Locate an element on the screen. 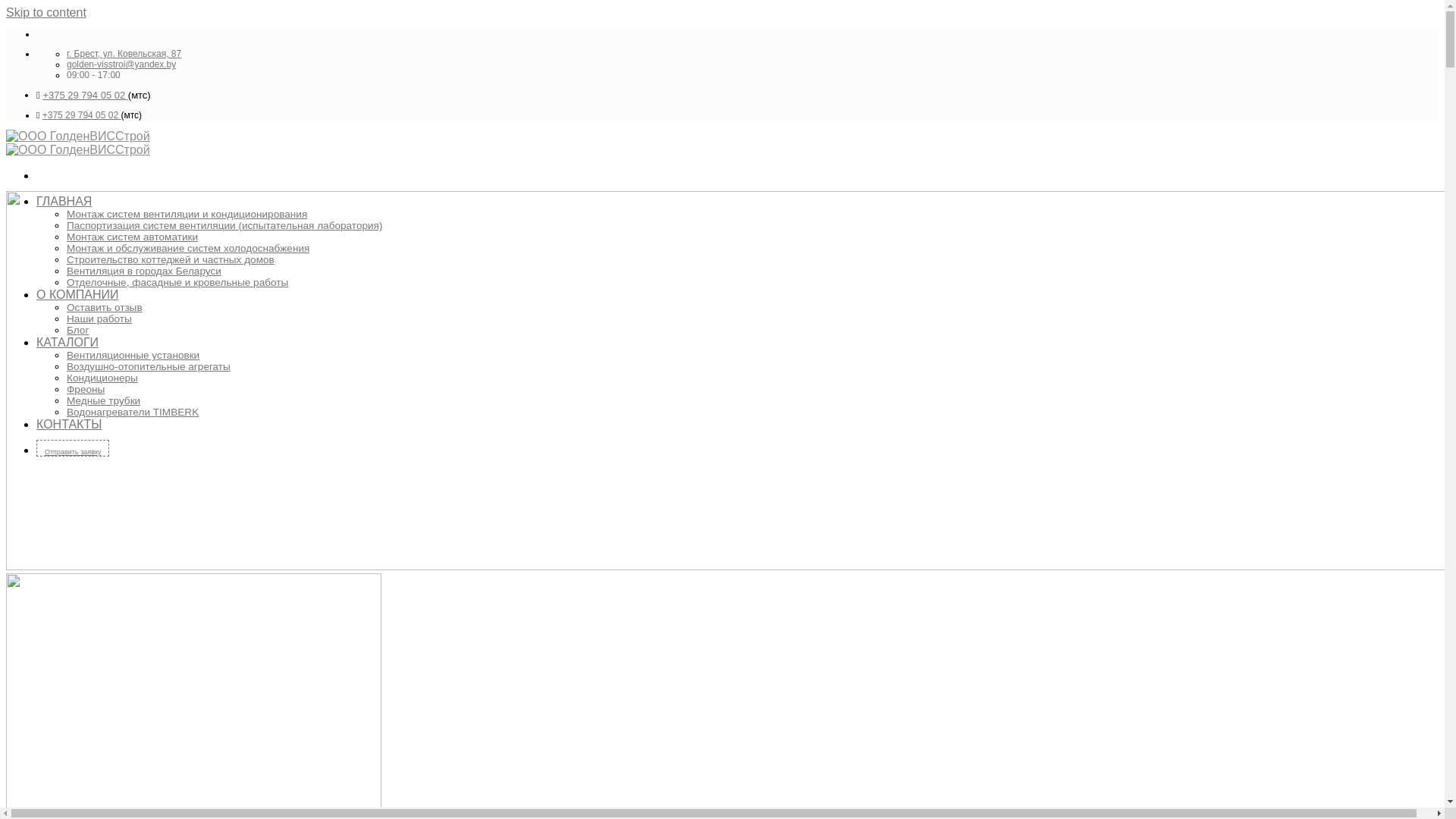 The height and width of the screenshot is (819, 1456). '+37' is located at coordinates (51, 95).